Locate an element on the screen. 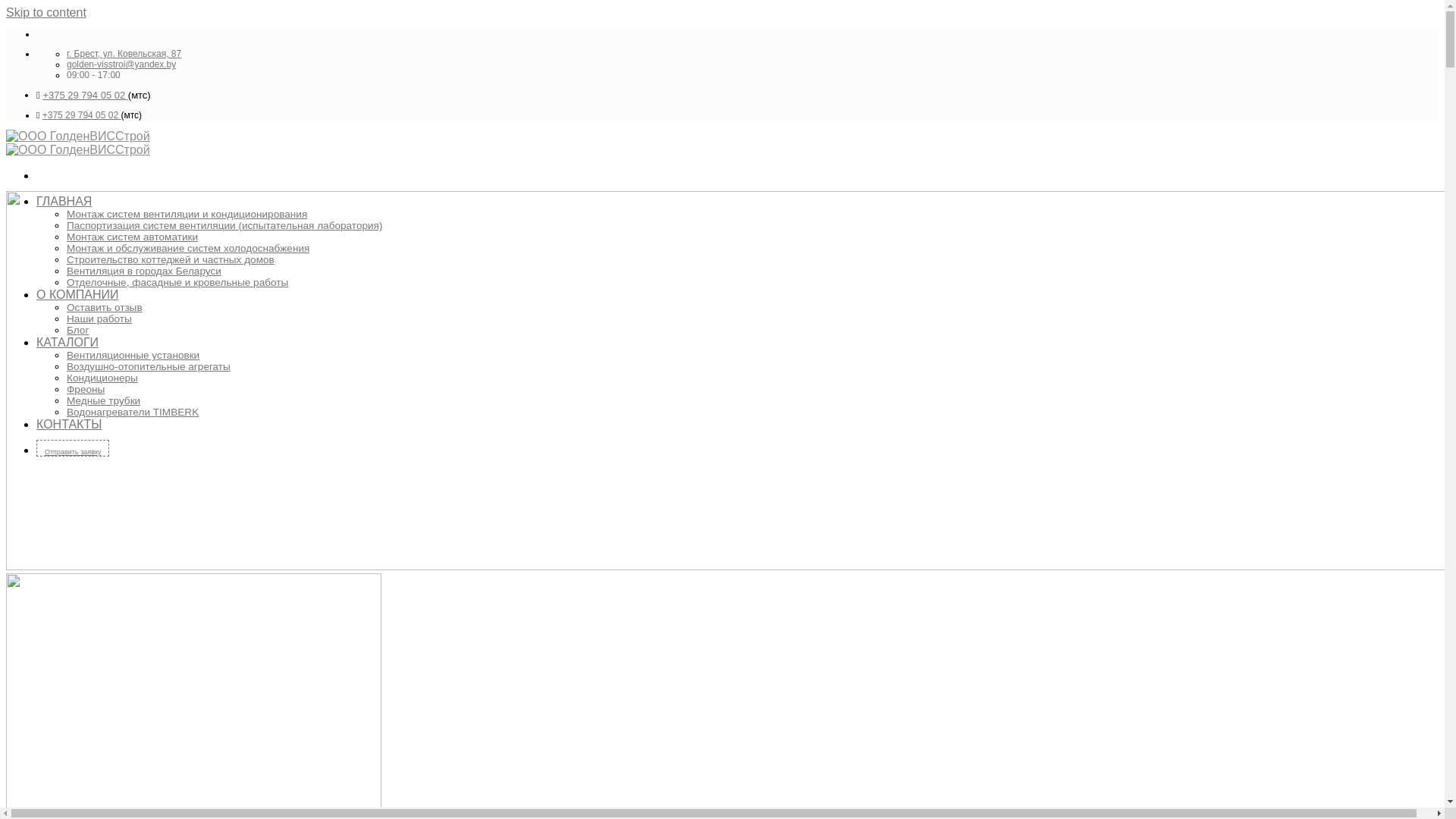 The height and width of the screenshot is (819, 1456). '+37' is located at coordinates (51, 95).